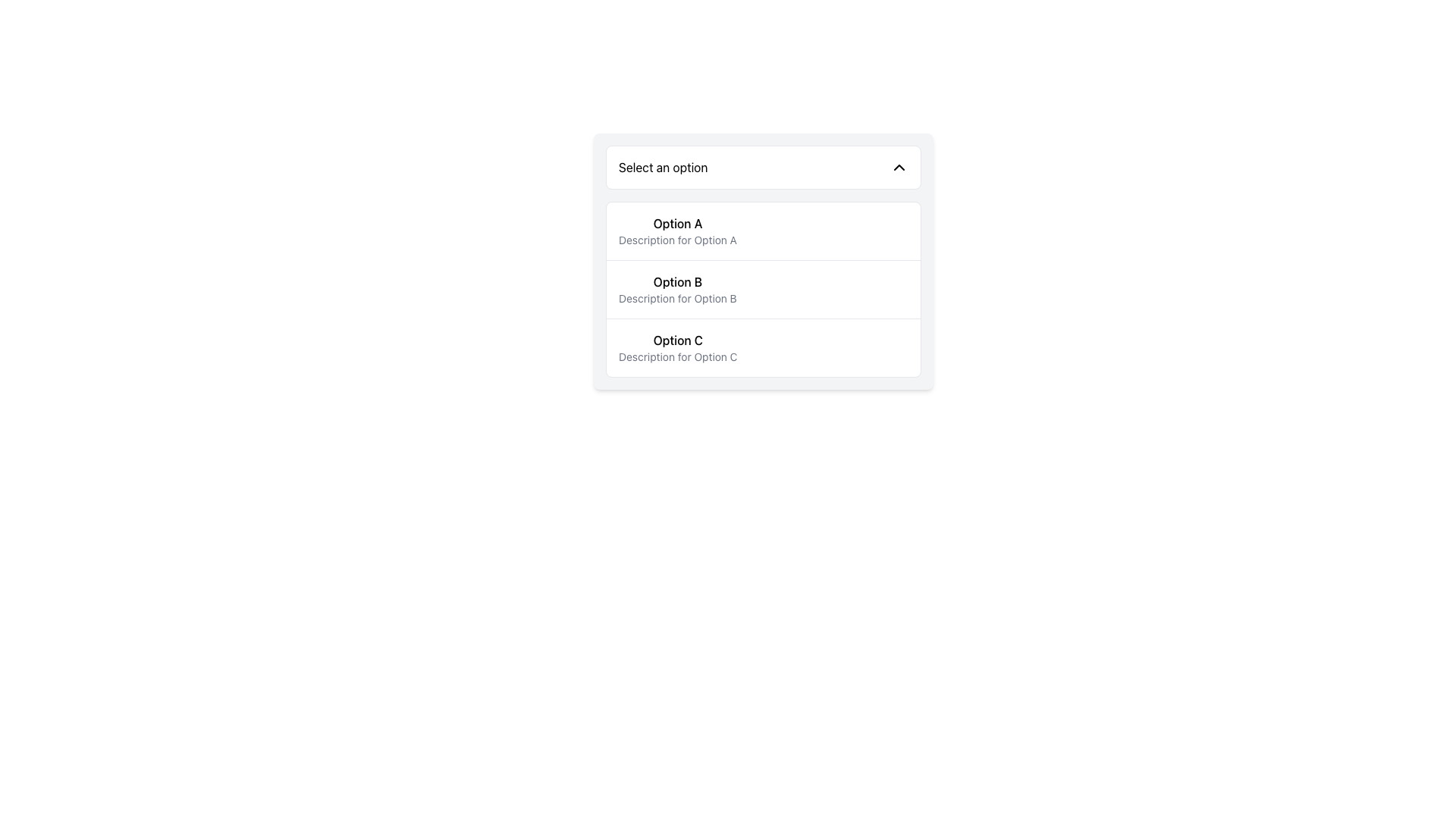 The height and width of the screenshot is (819, 1456). I want to click on to select 'Option B' from the dropdown menu, which is the second selectable option between 'Option A' and 'Option C', so click(764, 260).